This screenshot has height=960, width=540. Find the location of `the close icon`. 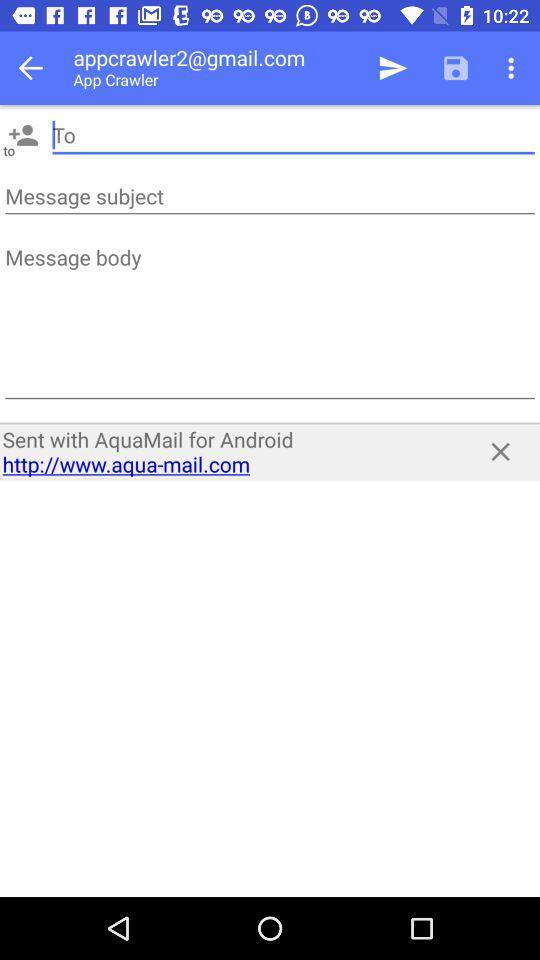

the close icon is located at coordinates (499, 451).